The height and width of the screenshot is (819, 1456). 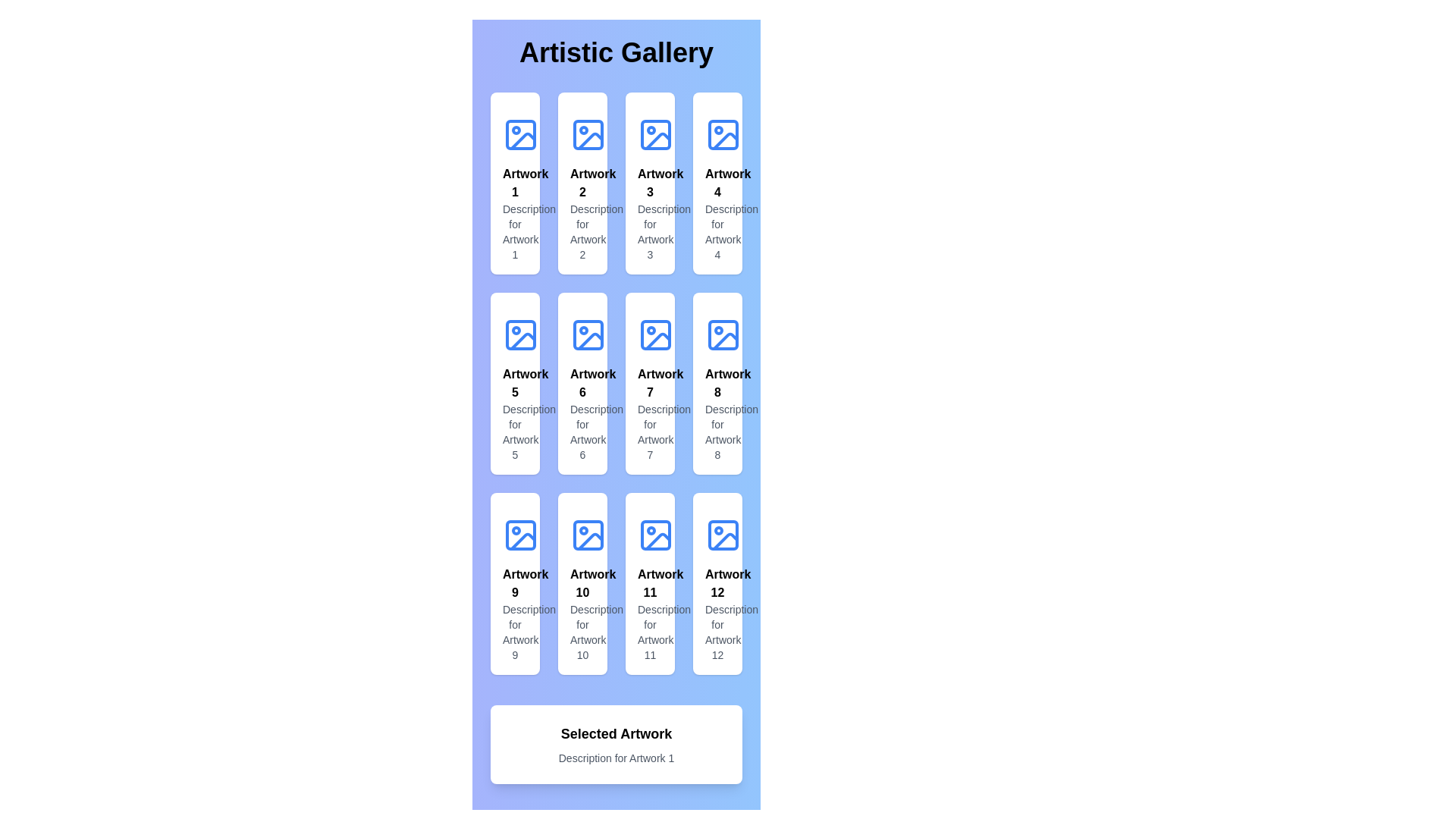 What do you see at coordinates (655, 133) in the screenshot?
I see `the Image placeholder icon located at the top center of the card labeled 'Artwork 3' in the gallery layout` at bounding box center [655, 133].